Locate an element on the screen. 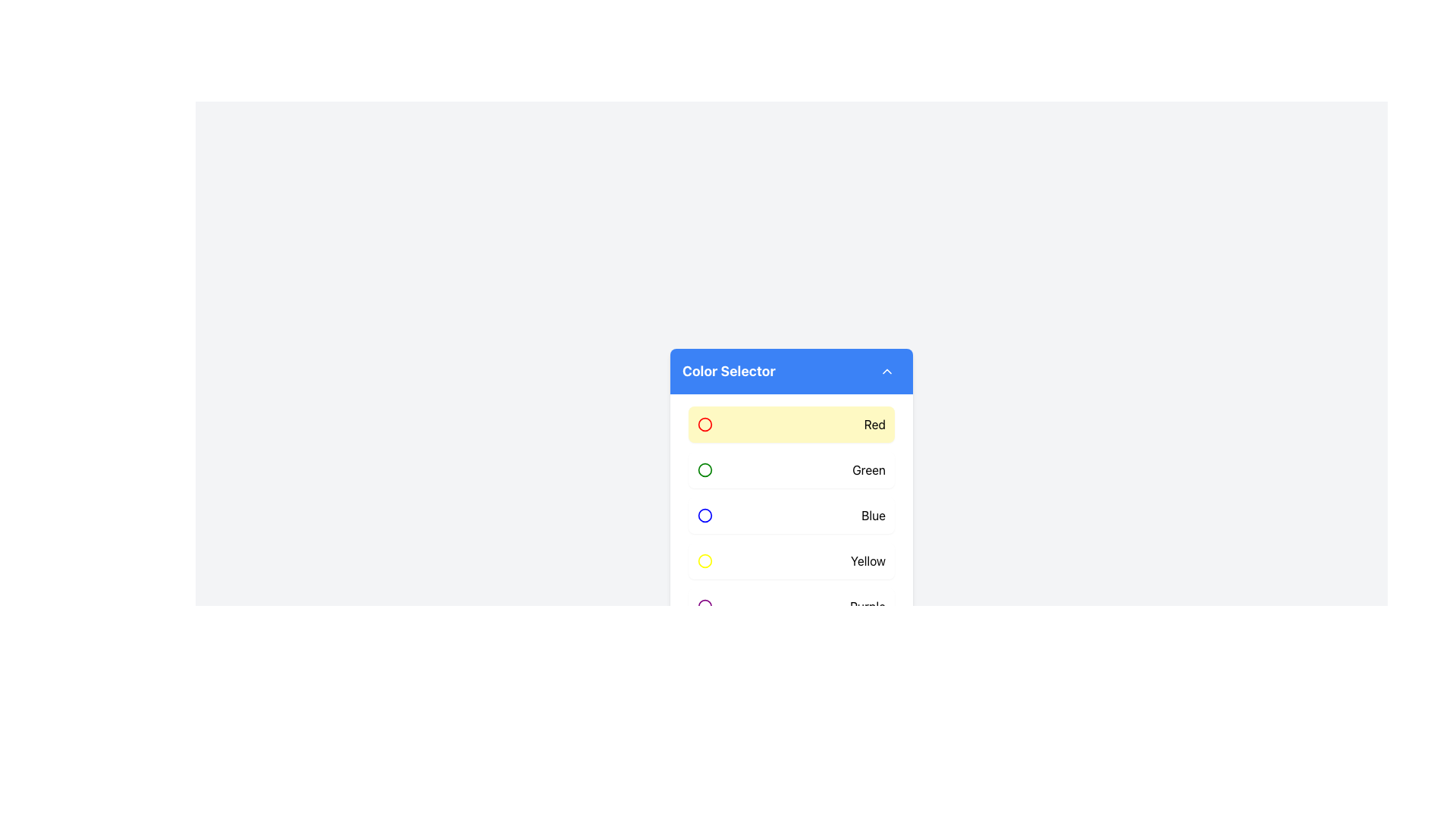 The image size is (1456, 819). the text label displaying the word 'Blue', which is aligned horizontally with other elements in a list format is located at coordinates (874, 514).